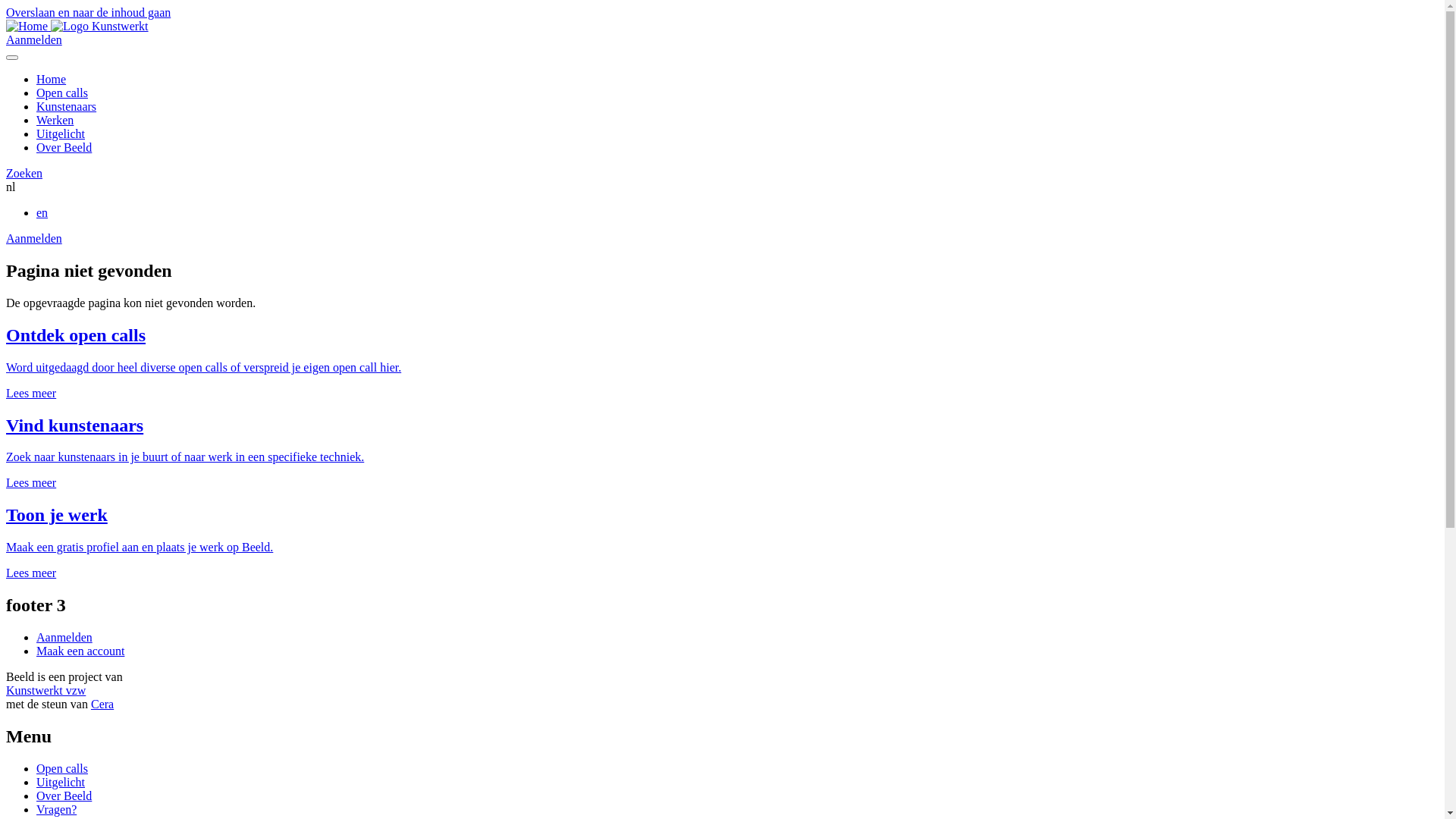  Describe the element at coordinates (28, 26) in the screenshot. I see `'Home'` at that location.